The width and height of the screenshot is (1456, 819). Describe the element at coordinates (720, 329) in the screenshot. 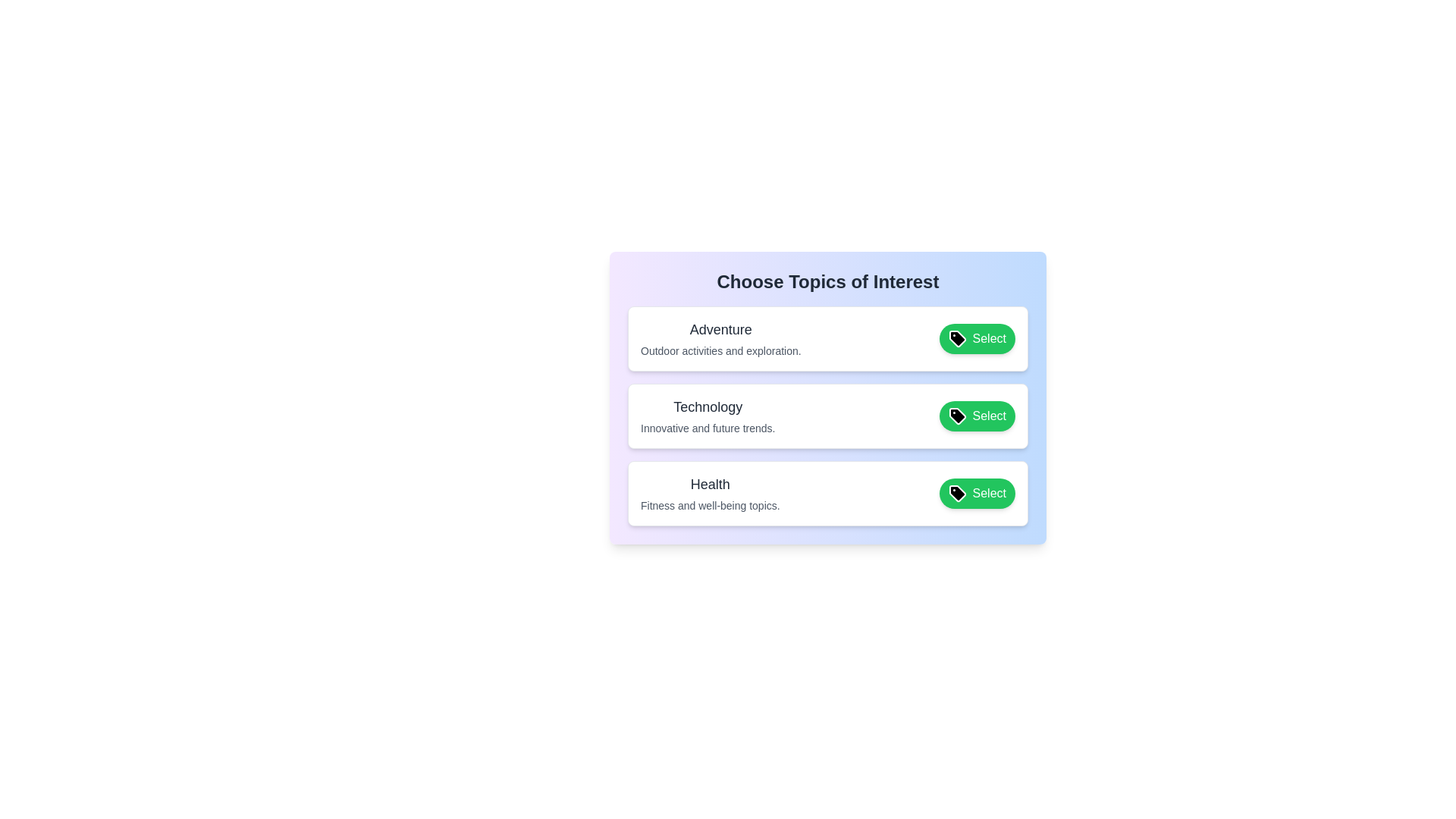

I see `the tag label text for Adventure` at that location.